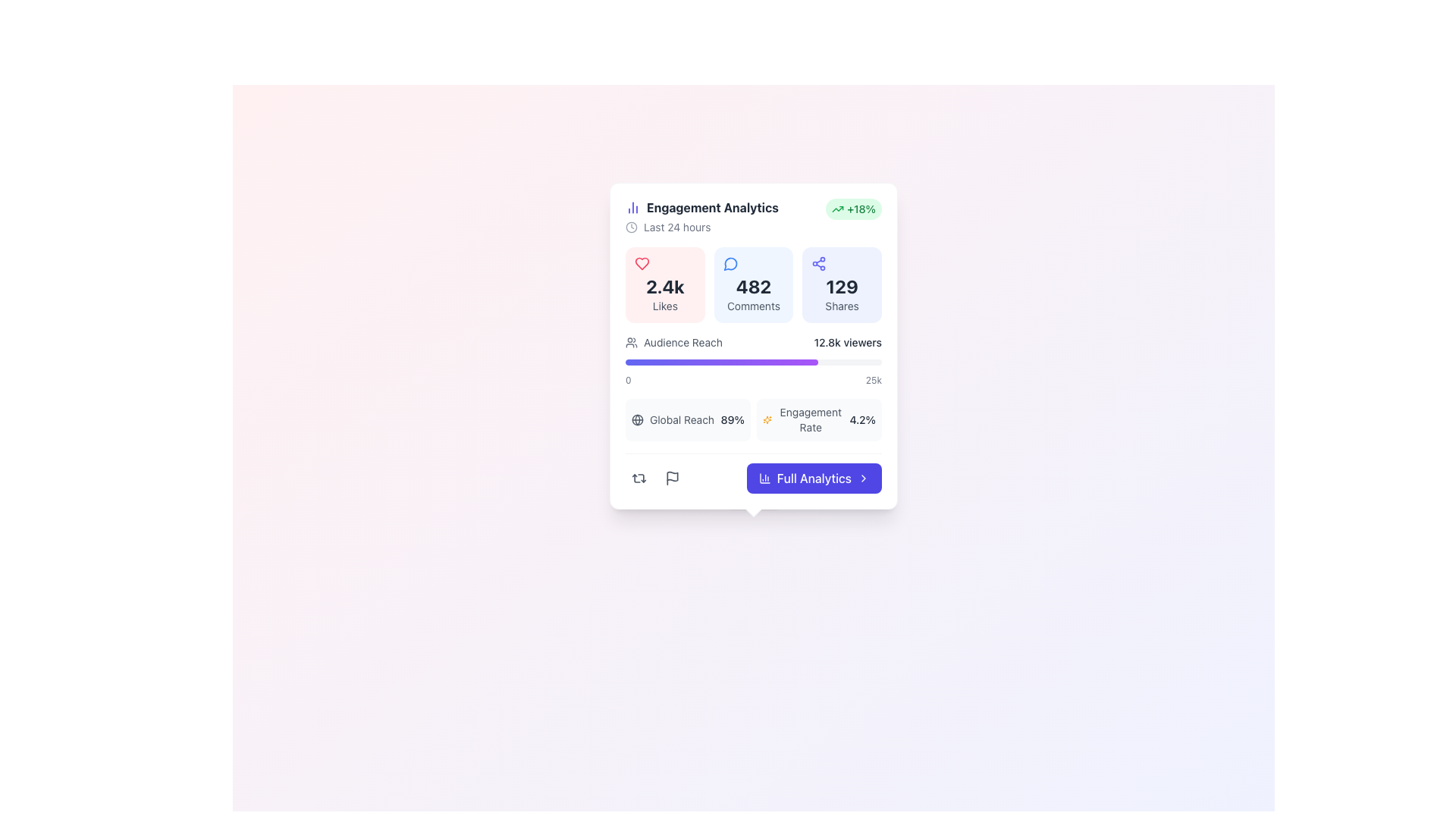 The width and height of the screenshot is (1456, 819). What do you see at coordinates (637, 420) in the screenshot?
I see `the globe icon located to the left of the 'Global Reach' text in the 'Global Reach 89%' section of the main dashboard card` at bounding box center [637, 420].